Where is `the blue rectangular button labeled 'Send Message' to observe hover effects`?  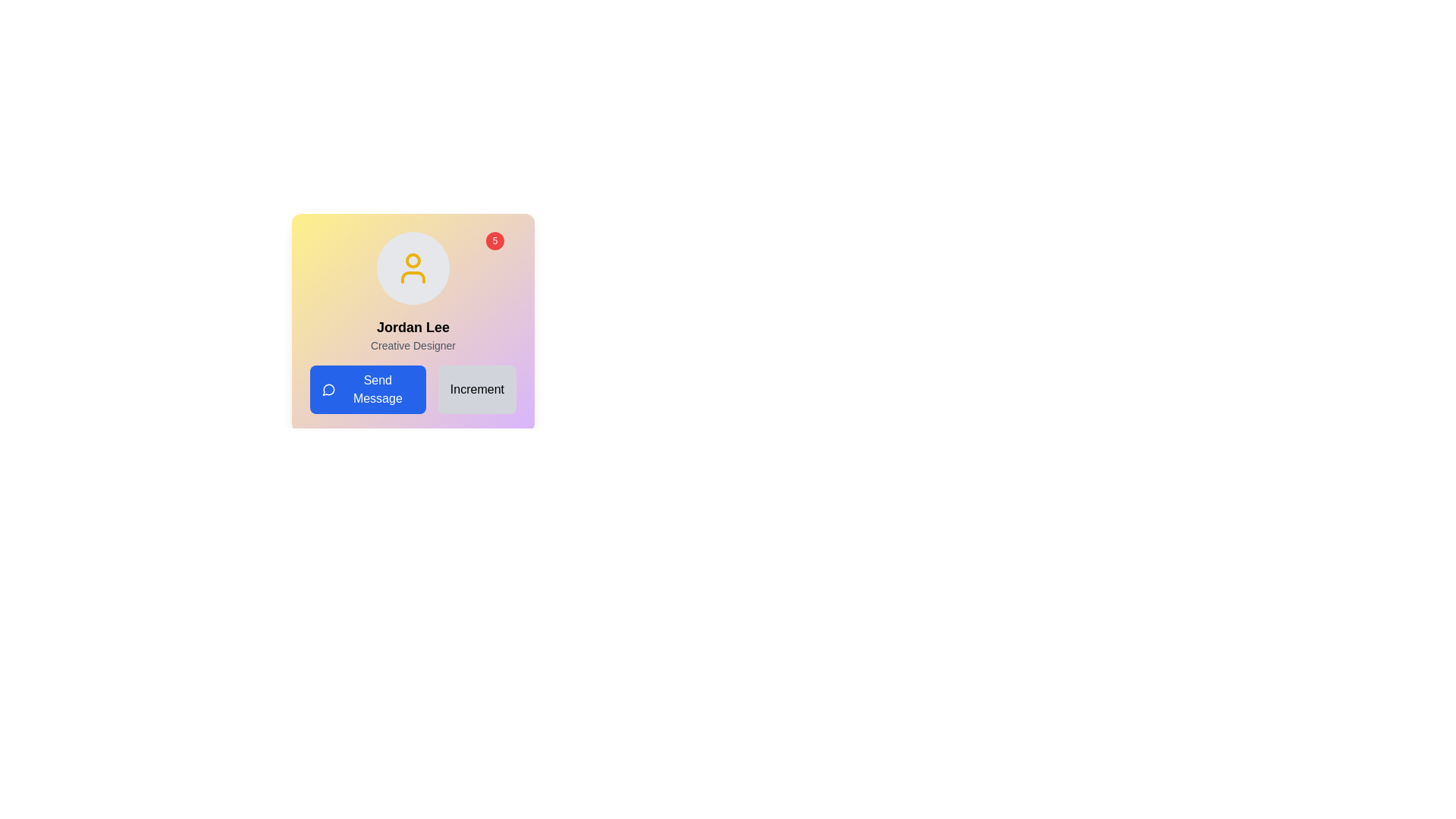 the blue rectangular button labeled 'Send Message' to observe hover effects is located at coordinates (368, 388).